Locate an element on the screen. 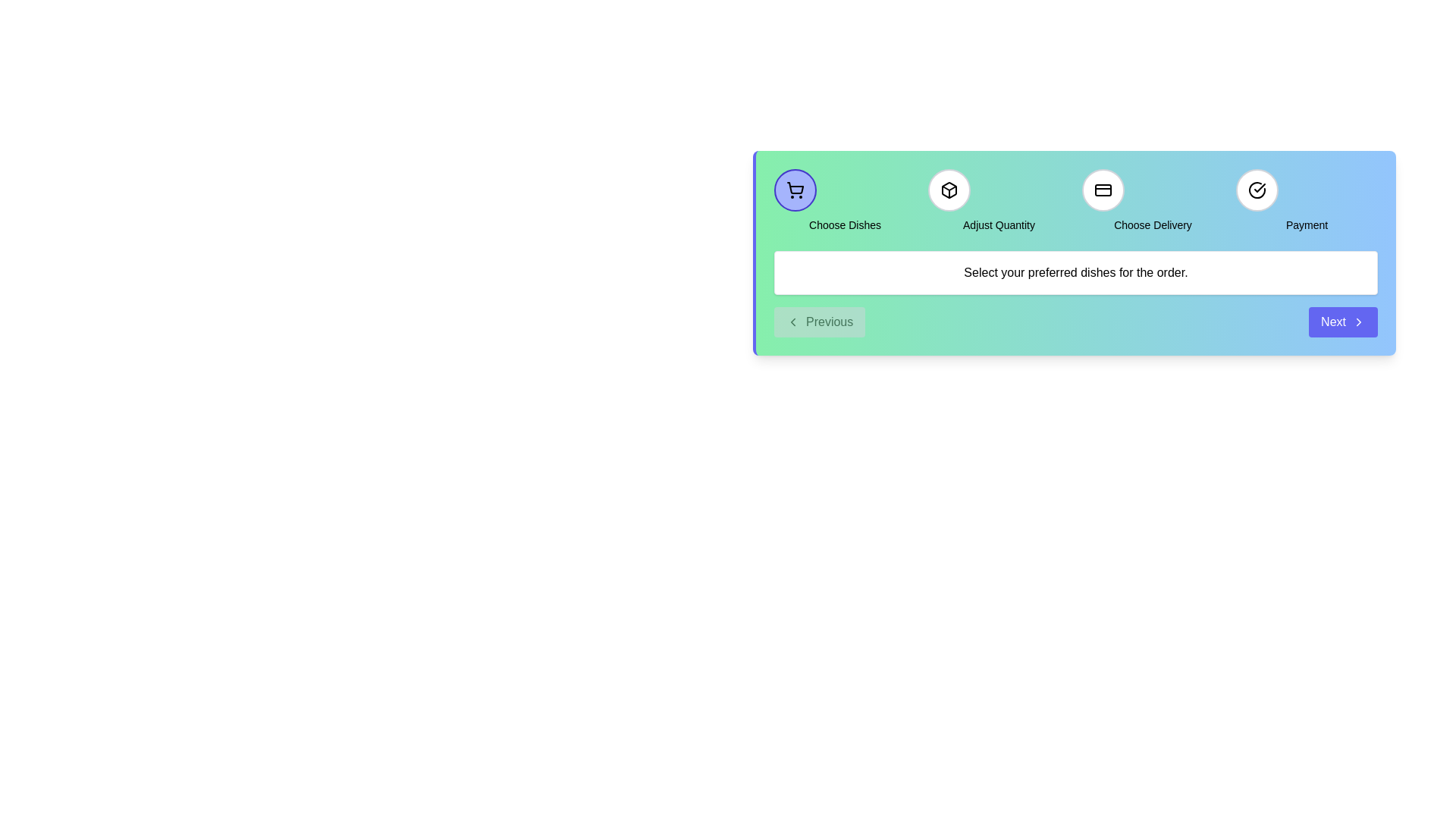 The image size is (1456, 819). the 'Adjust Quantity' icon located in the upper-middle section of the interface, directly above the text 'Adjust Quantity' in the navigation bar is located at coordinates (949, 189).